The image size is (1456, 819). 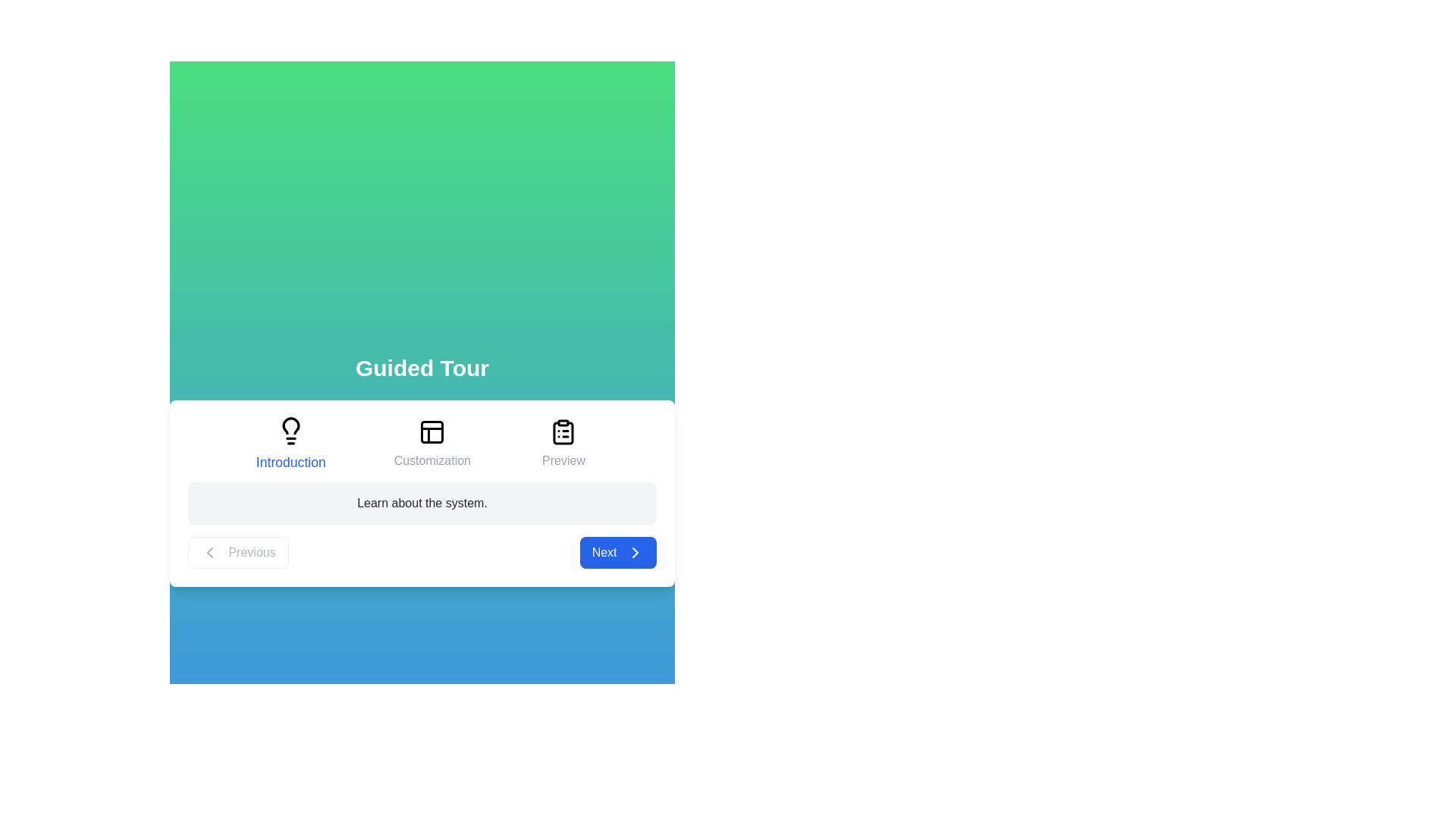 I want to click on the 'Previous' button to navigate to the previous step in the guided tour, so click(x=237, y=553).